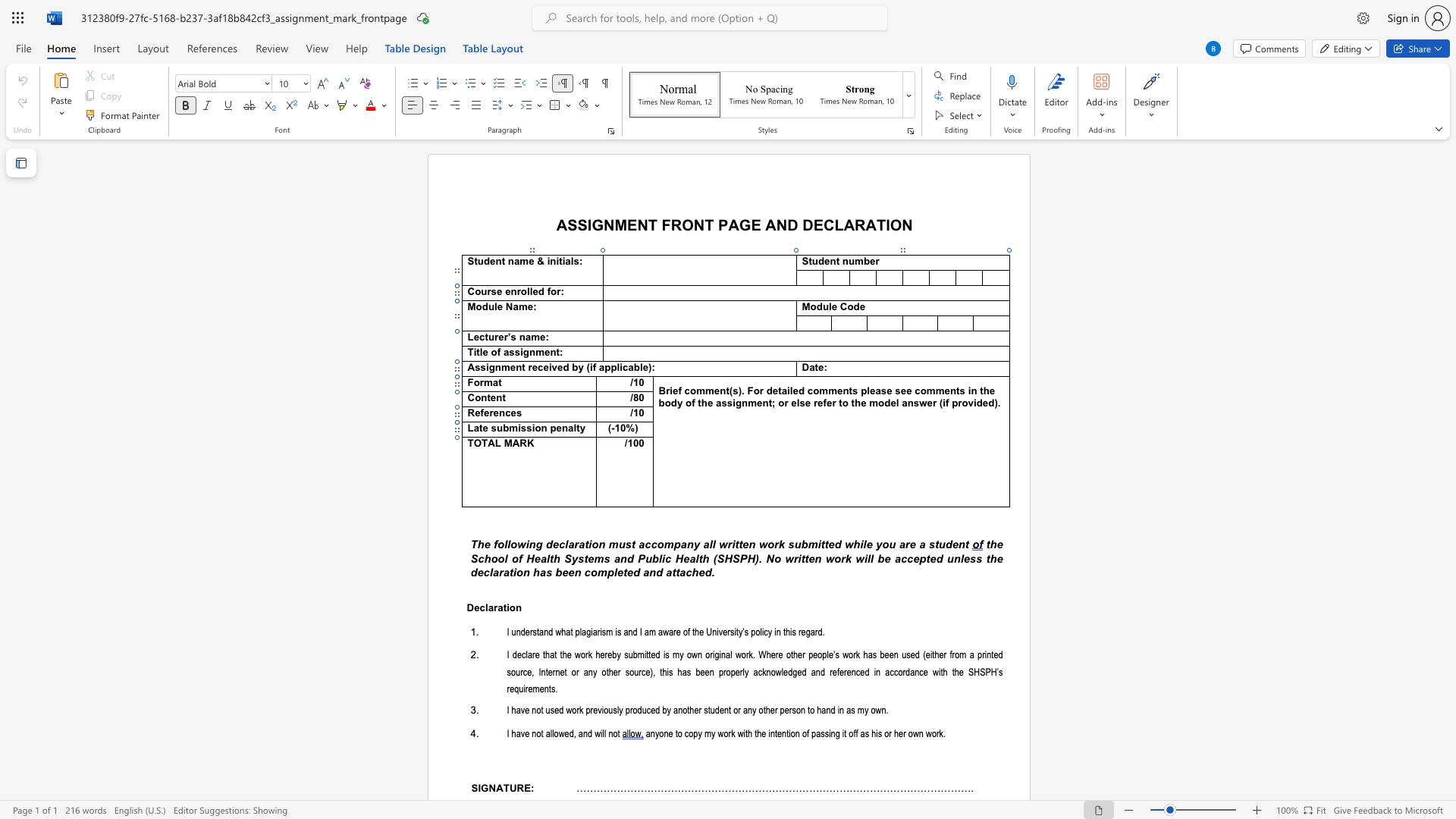 The height and width of the screenshot is (819, 1456). Describe the element at coordinates (952, 671) in the screenshot. I see `the 1th character "t" in the text` at that location.